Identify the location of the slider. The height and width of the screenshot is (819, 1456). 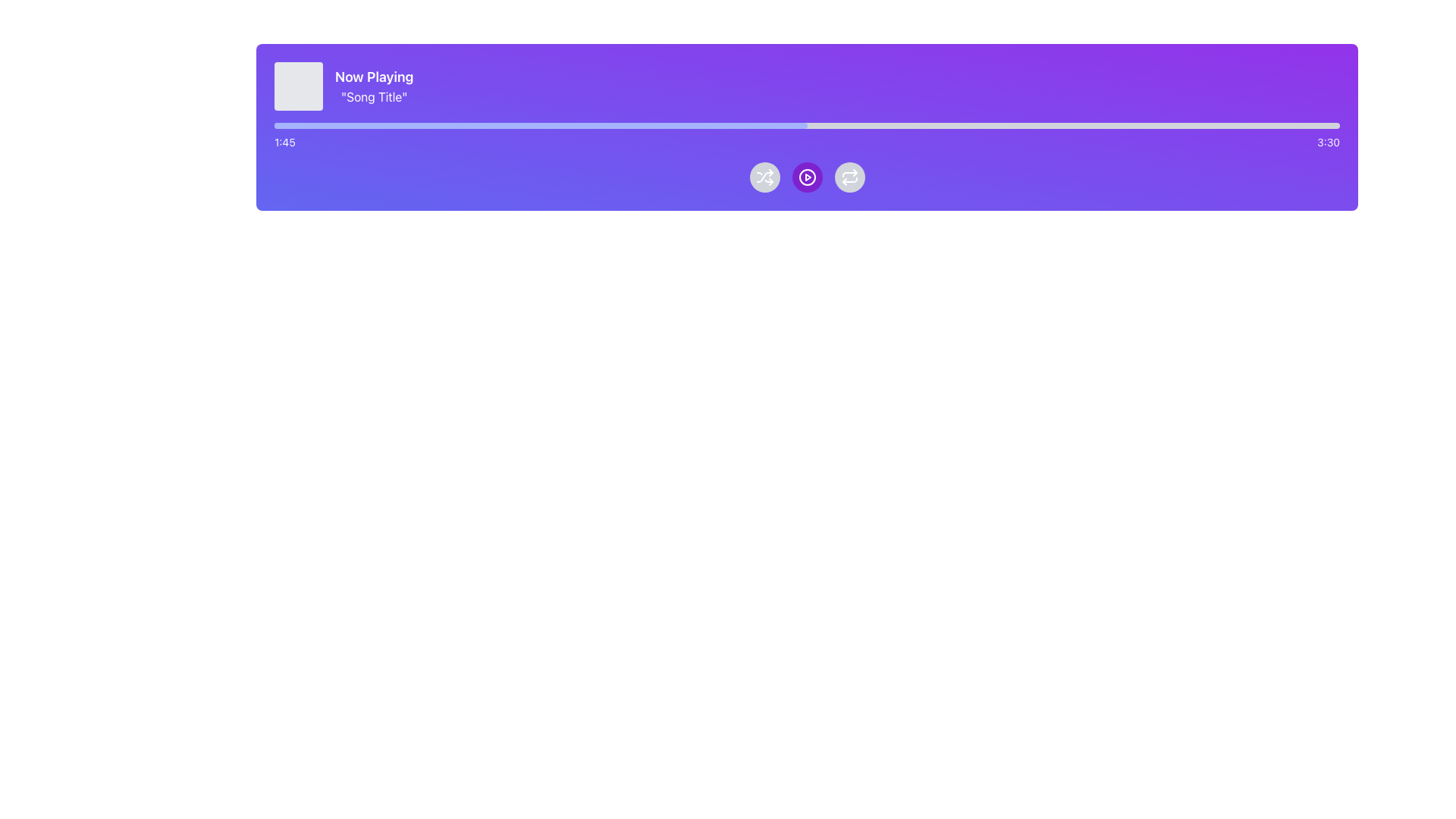
(689, 124).